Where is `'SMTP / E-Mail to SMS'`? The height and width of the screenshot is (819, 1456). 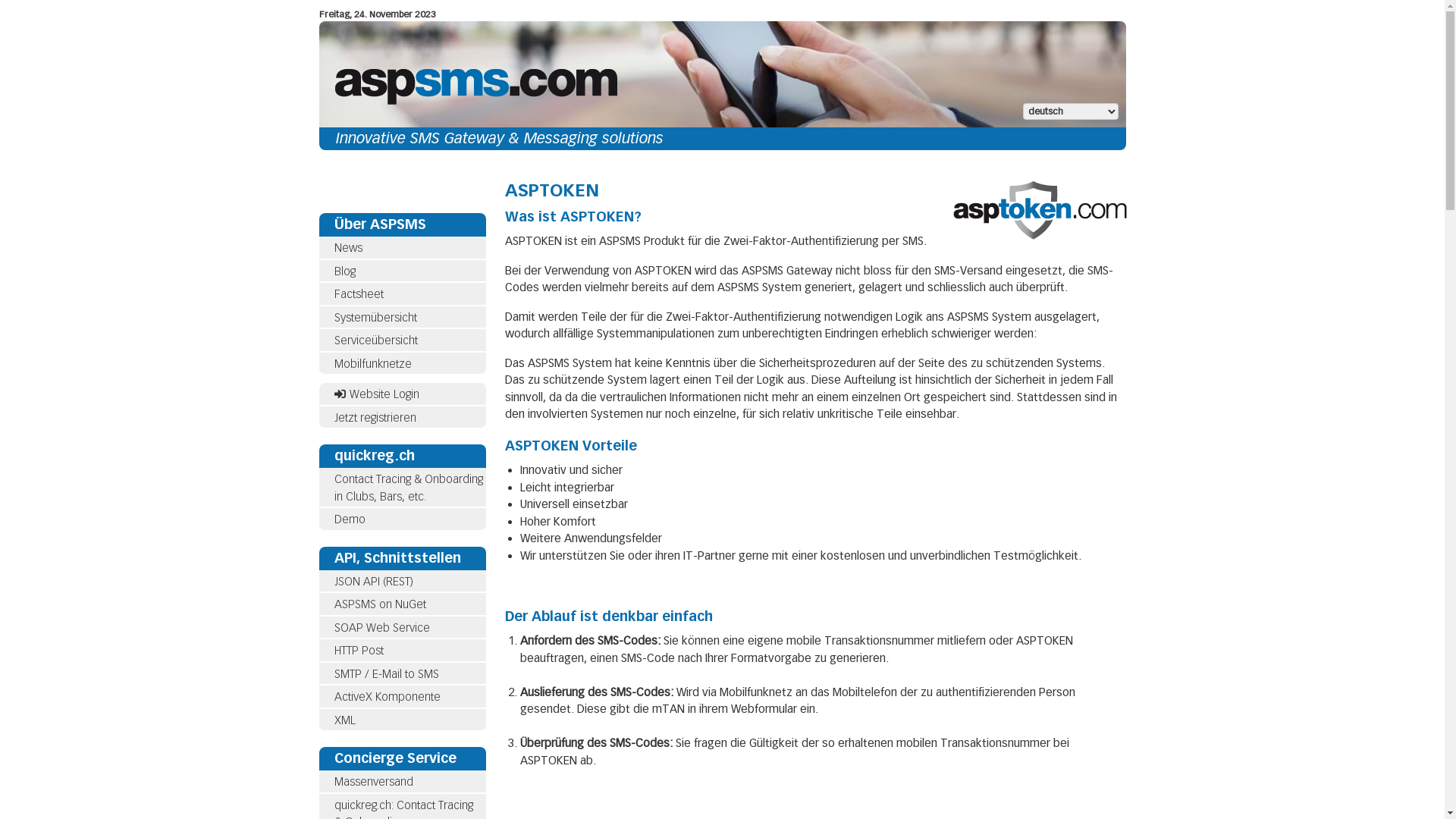
'SMTP / E-Mail to SMS' is located at coordinates (401, 673).